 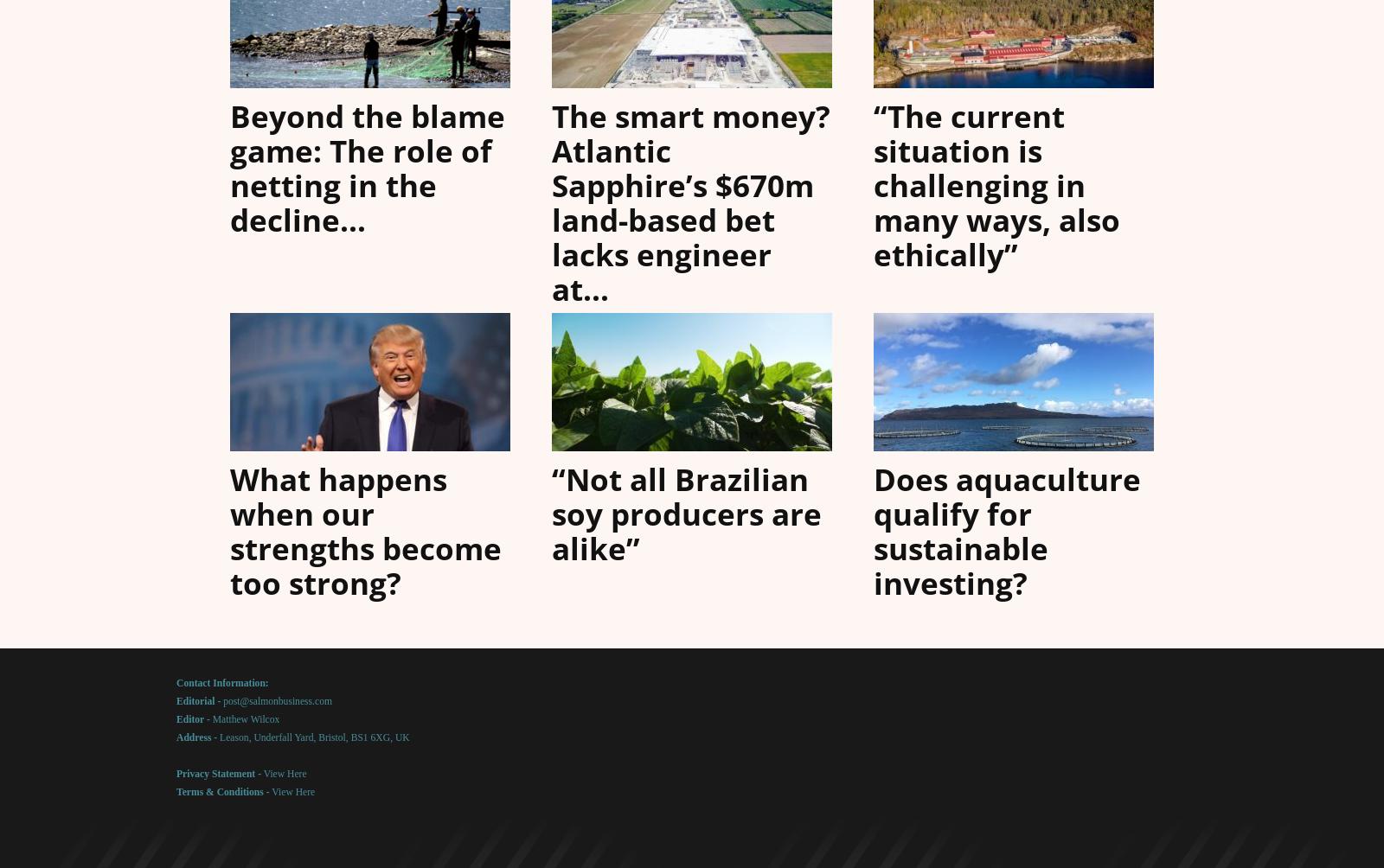 What do you see at coordinates (691, 201) in the screenshot?
I see `'The smart money? Atlantic Sapphire’s $670m land-based bet lacks engineer at...'` at bounding box center [691, 201].